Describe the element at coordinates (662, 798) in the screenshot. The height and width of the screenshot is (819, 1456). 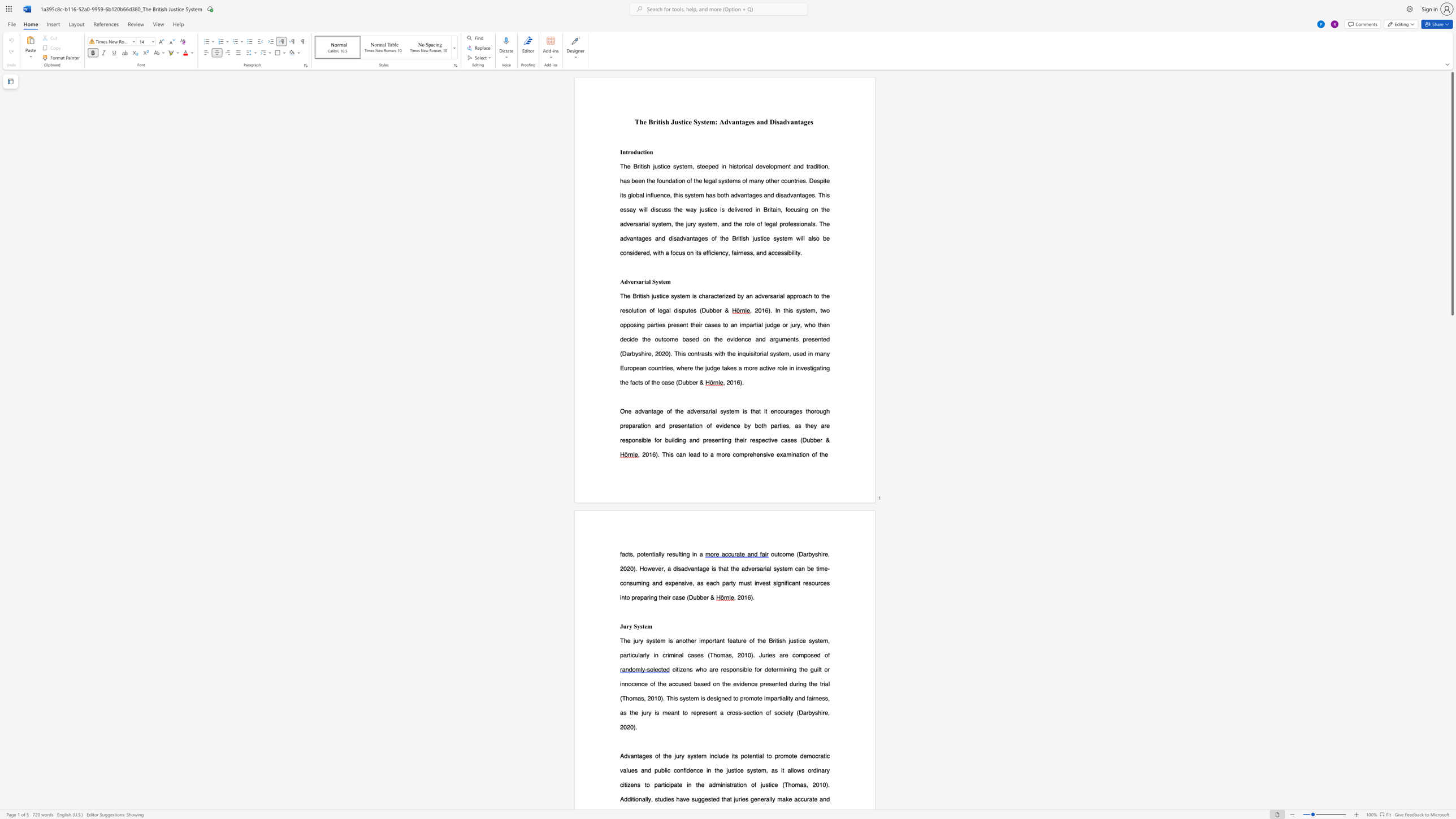
I see `the subset text "dies hav" within the text "in the administration of justice (Thomas, 2010). Additionally, studies have suggested that juries"` at that location.